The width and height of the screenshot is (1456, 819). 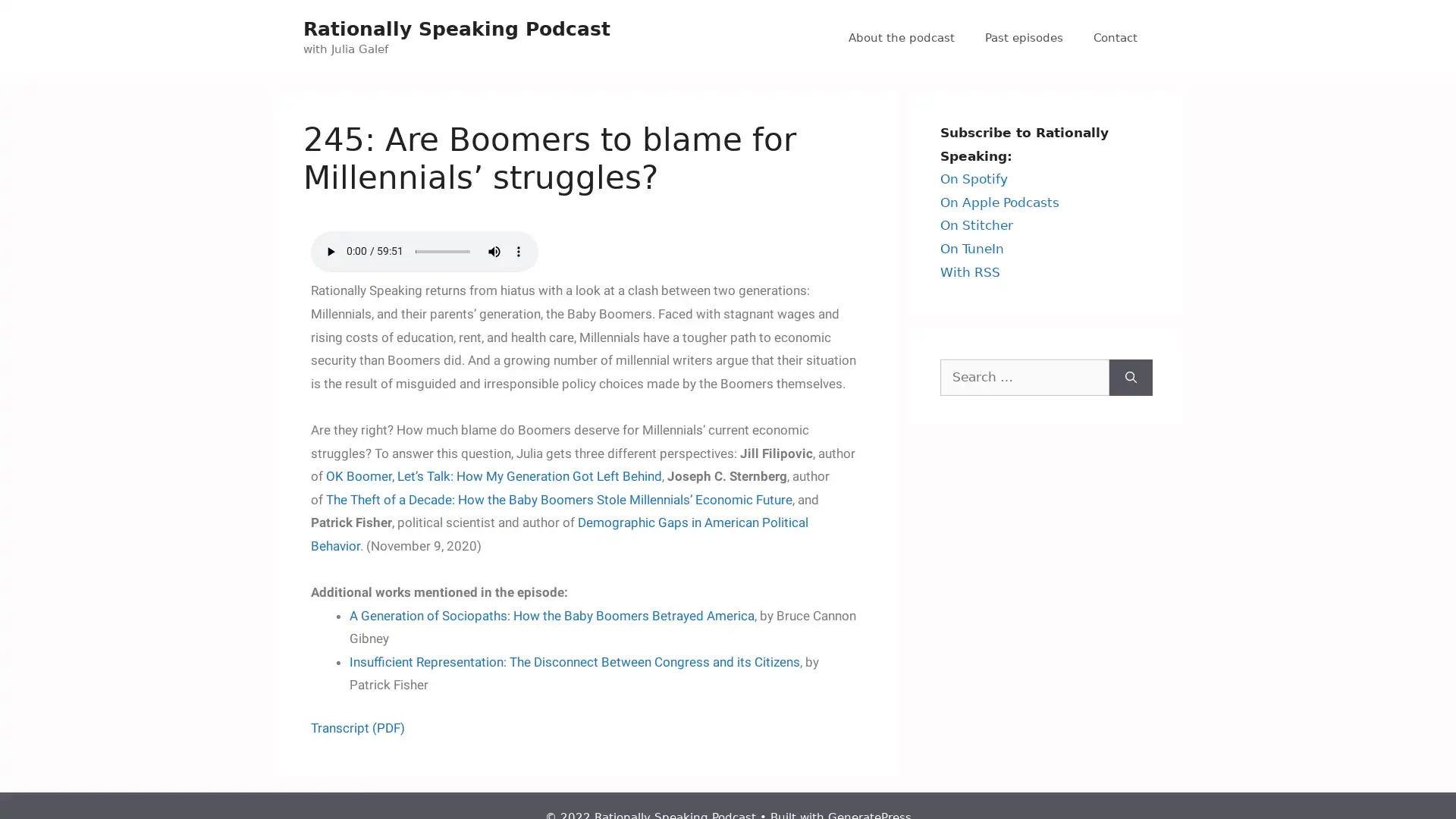 What do you see at coordinates (518, 250) in the screenshot?
I see `show more media controls` at bounding box center [518, 250].